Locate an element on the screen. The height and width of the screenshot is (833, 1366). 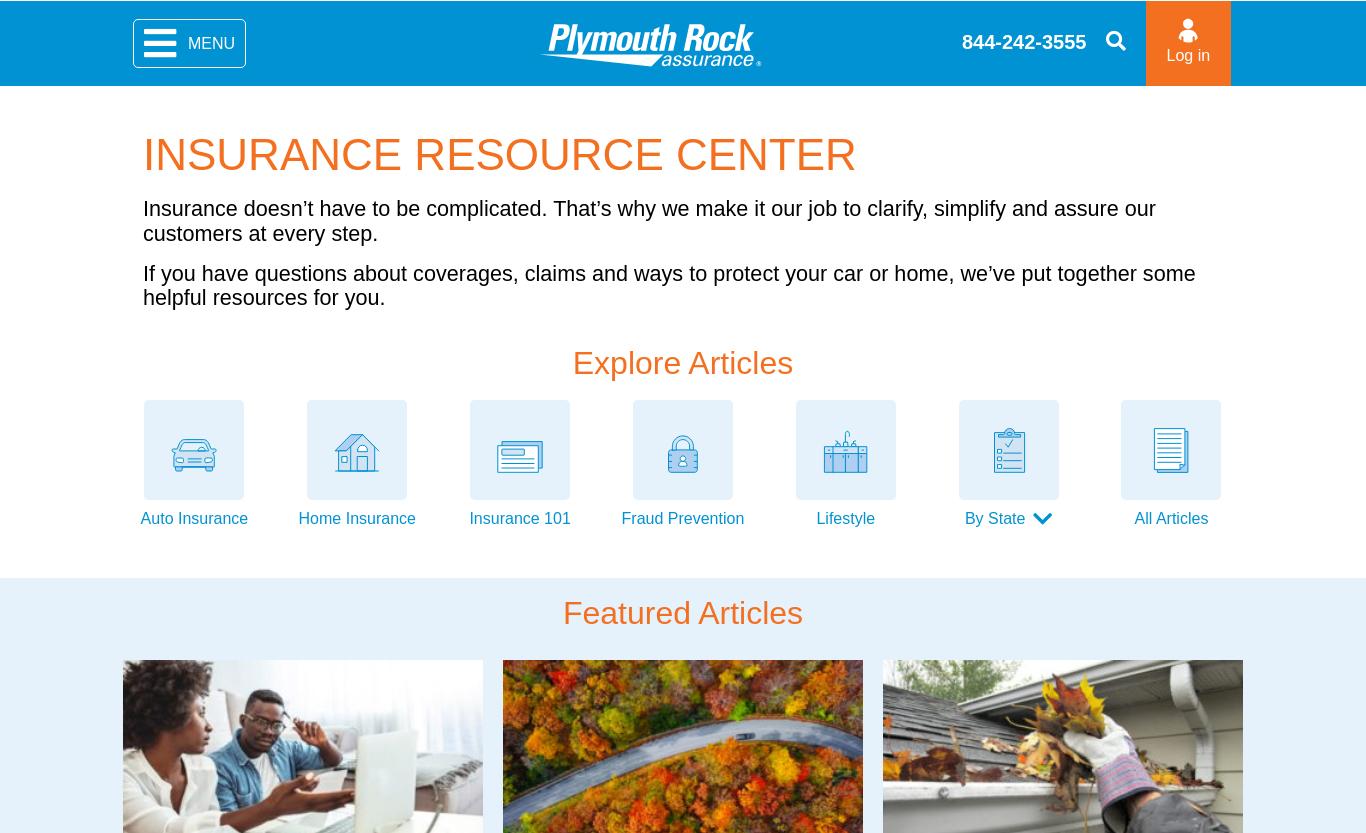
'Auto Insurance' is located at coordinates (192, 517).